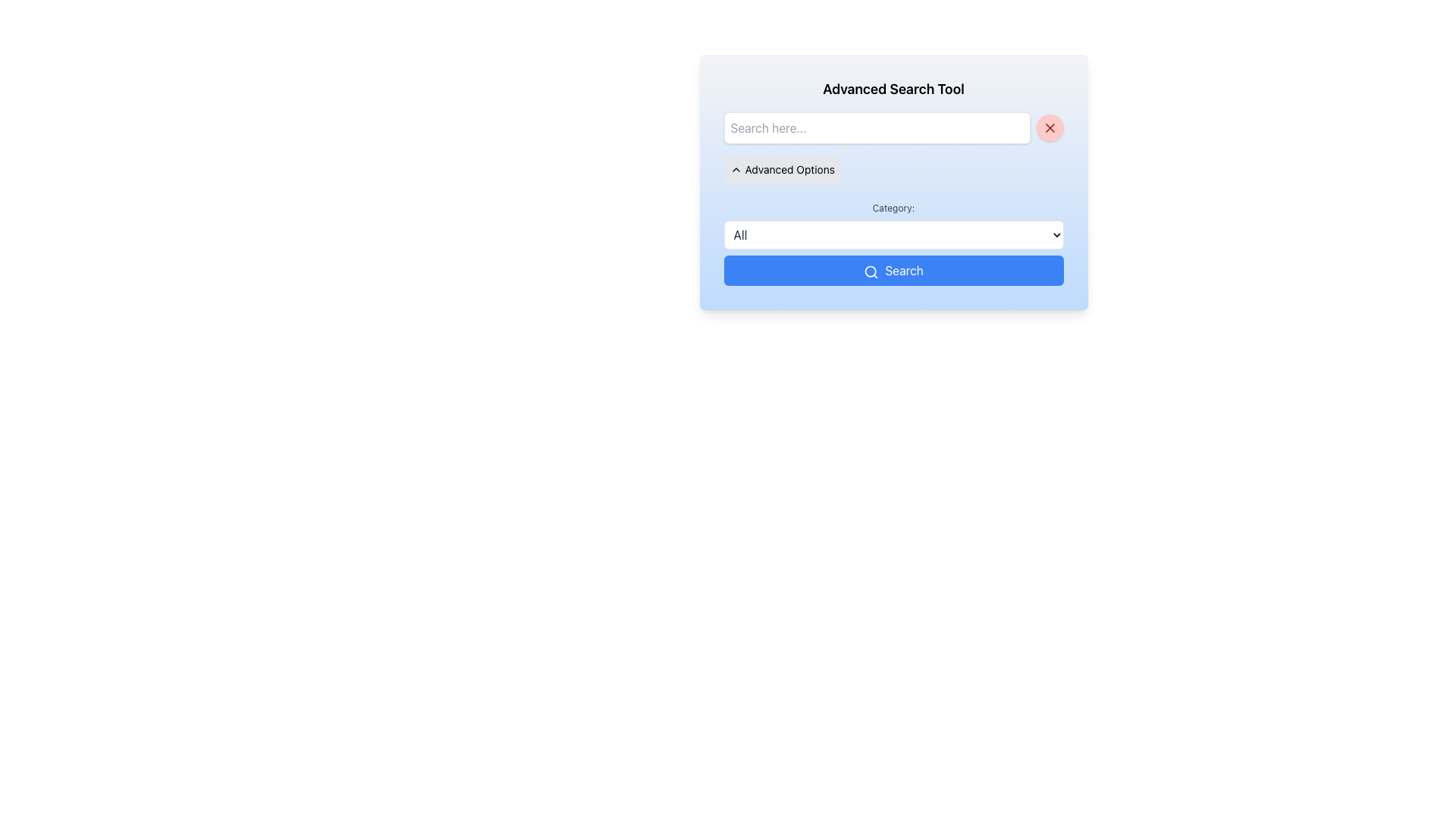 This screenshot has width=1456, height=819. What do you see at coordinates (893, 270) in the screenshot?
I see `the 'Search' button with a blue background and a magnifying glass icon` at bounding box center [893, 270].